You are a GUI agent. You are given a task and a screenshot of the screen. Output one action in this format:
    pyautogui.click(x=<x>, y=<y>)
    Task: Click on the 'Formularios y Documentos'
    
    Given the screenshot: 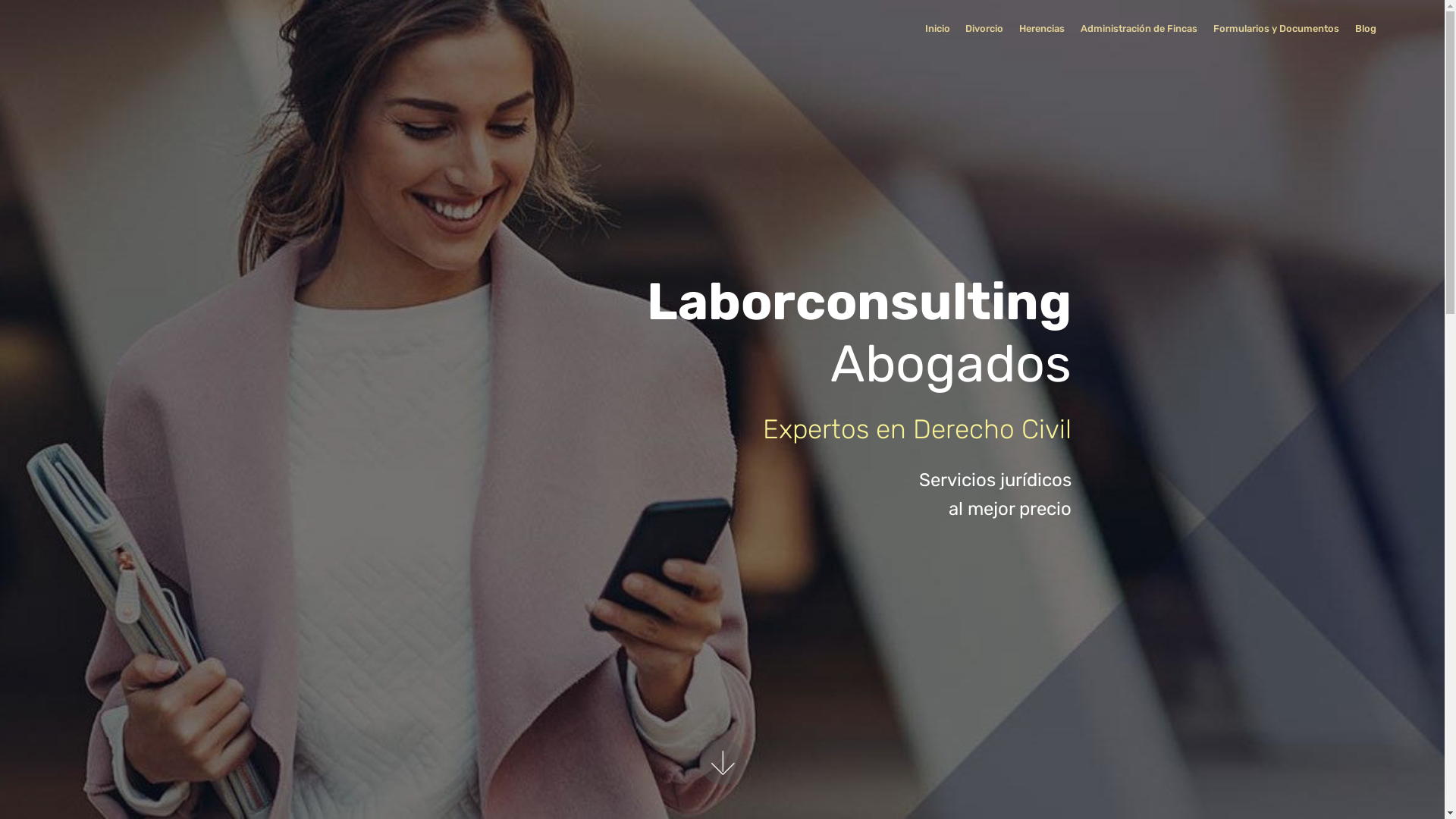 What is the action you would take?
    pyautogui.click(x=1212, y=29)
    